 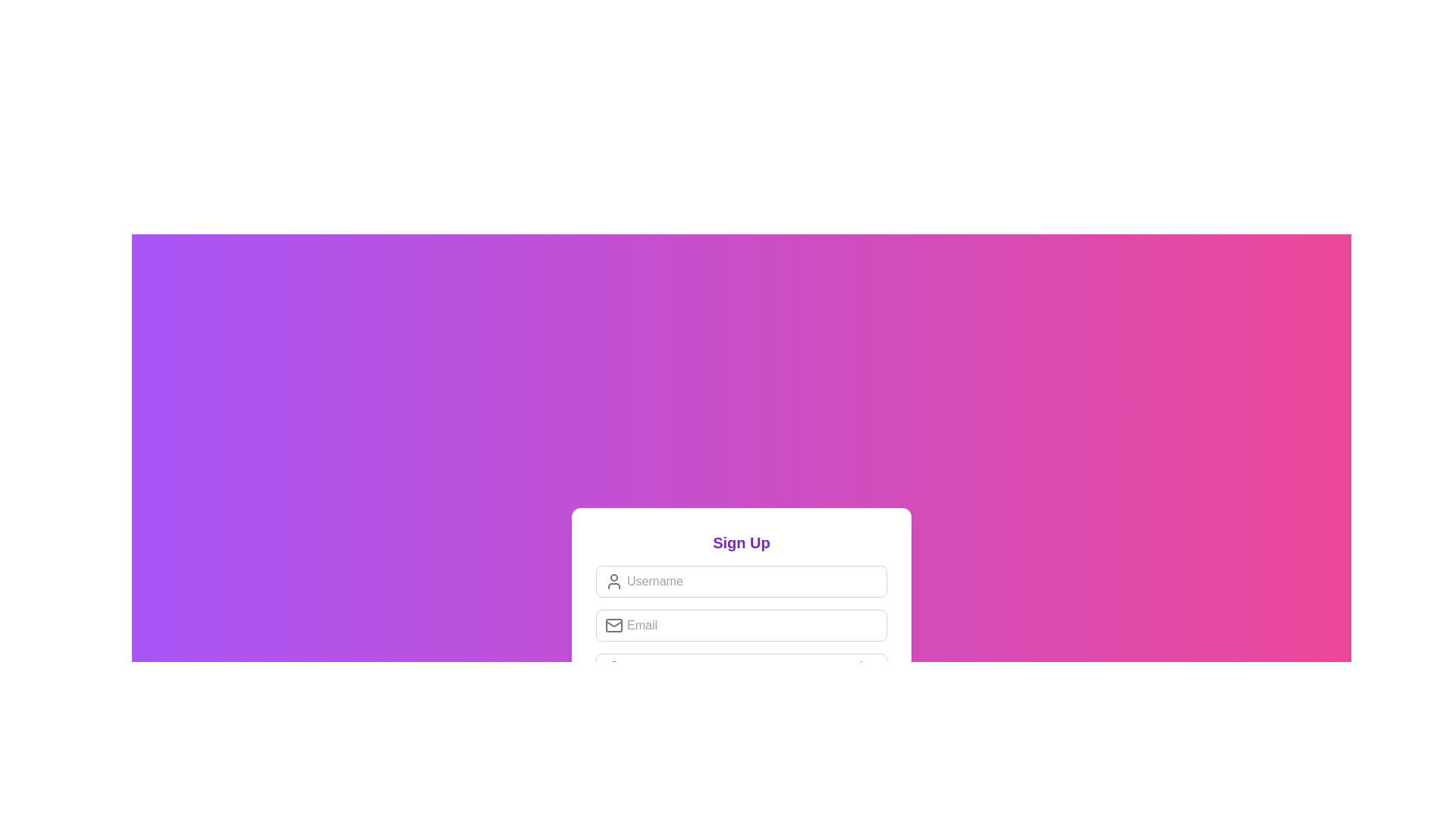 I want to click on the visibility toggle button represented by an eye with a slash, located at the far right of the password input field, so click(x=869, y=669).